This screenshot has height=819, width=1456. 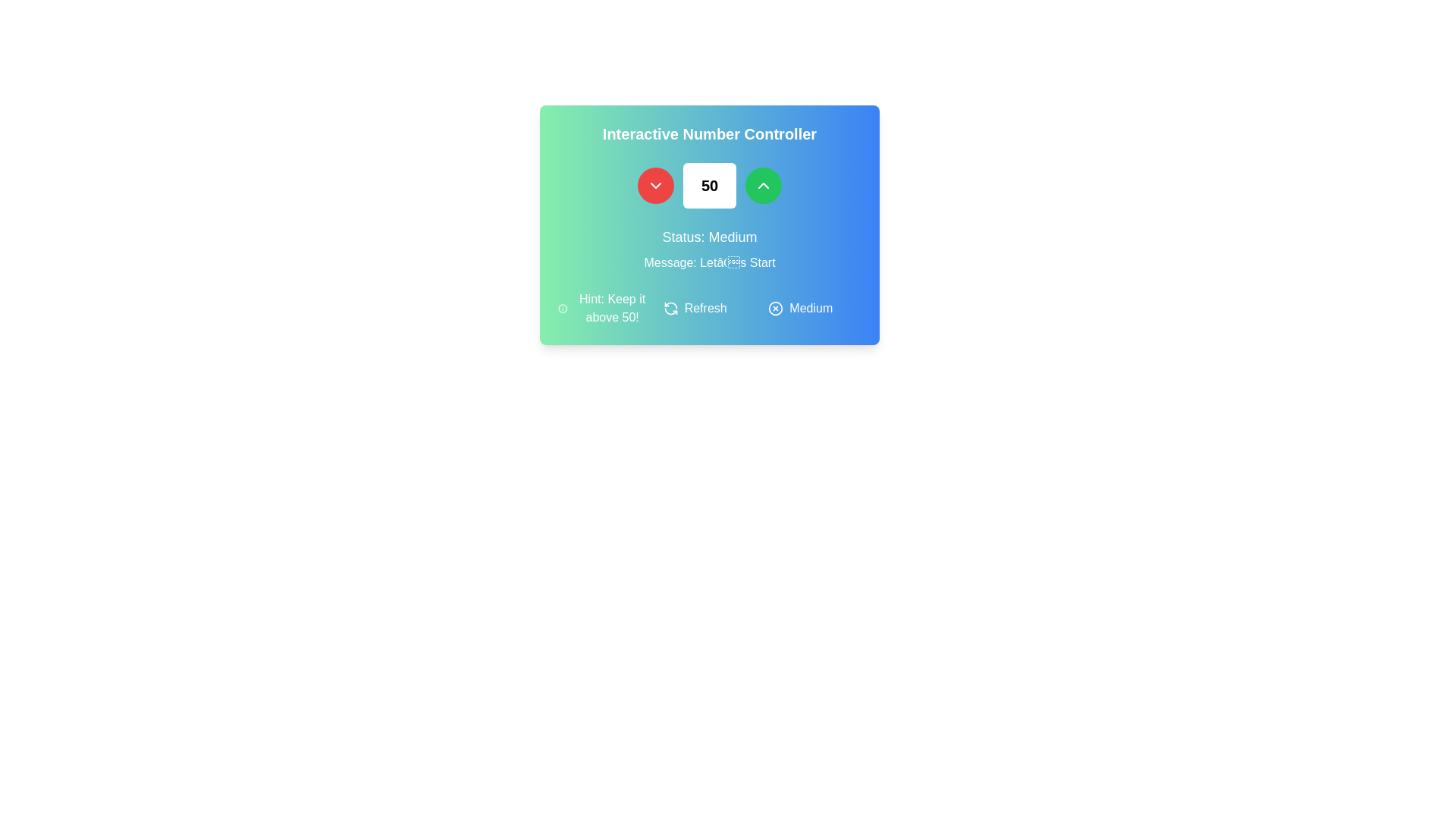 What do you see at coordinates (612, 308) in the screenshot?
I see `the static text that provides a contextual hint or guideline related to the card's functionality, located in the lower-left quadrant of the card layout, to the right of an informational icon` at bounding box center [612, 308].